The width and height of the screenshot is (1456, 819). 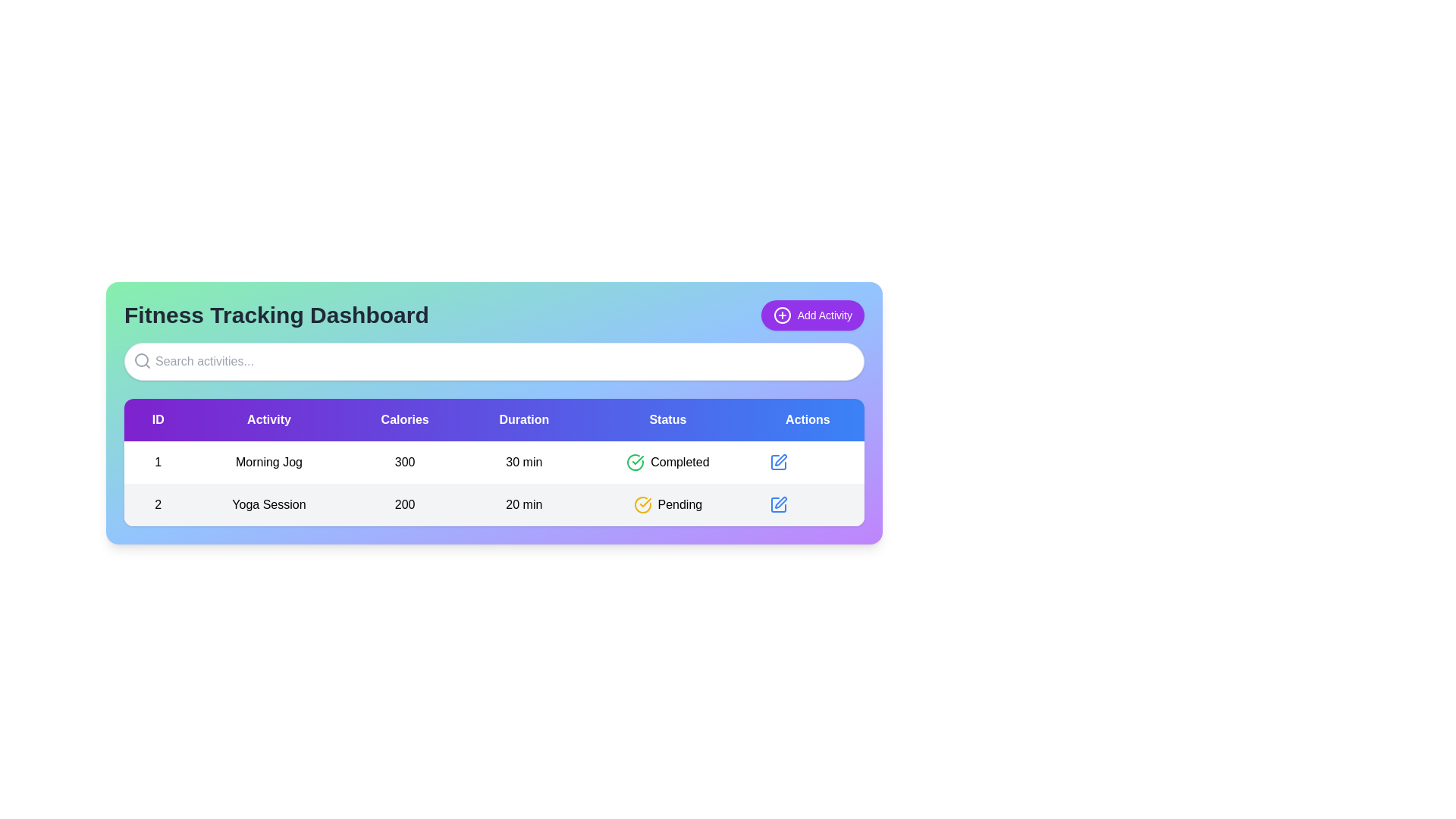 What do you see at coordinates (405, 461) in the screenshot?
I see `the calorie count display field for the 'Morning Jog' activity located in the 'Calories' column of the first row in the dashboard table` at bounding box center [405, 461].